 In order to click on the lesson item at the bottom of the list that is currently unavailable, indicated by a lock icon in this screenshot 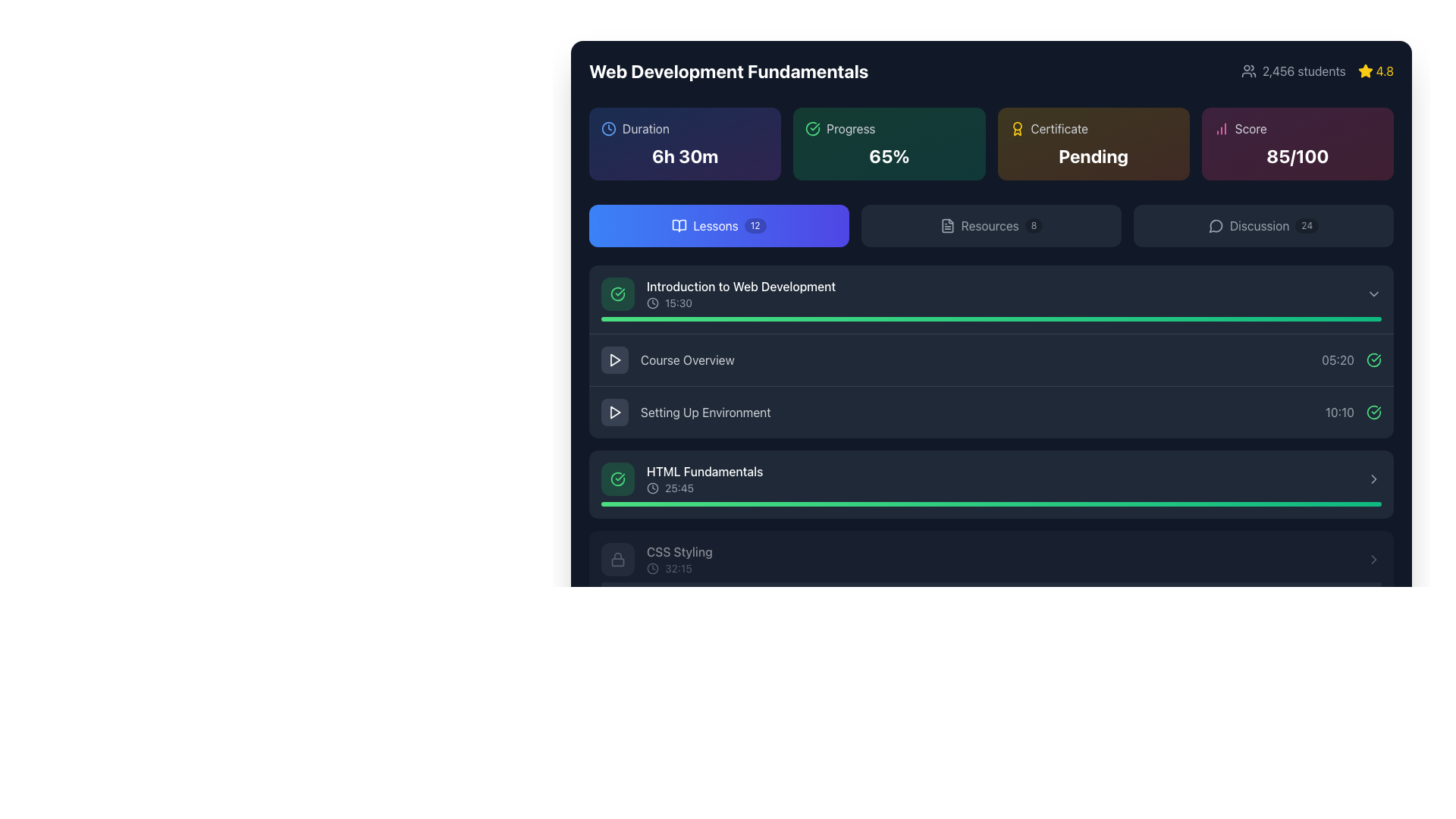, I will do `click(657, 559)`.